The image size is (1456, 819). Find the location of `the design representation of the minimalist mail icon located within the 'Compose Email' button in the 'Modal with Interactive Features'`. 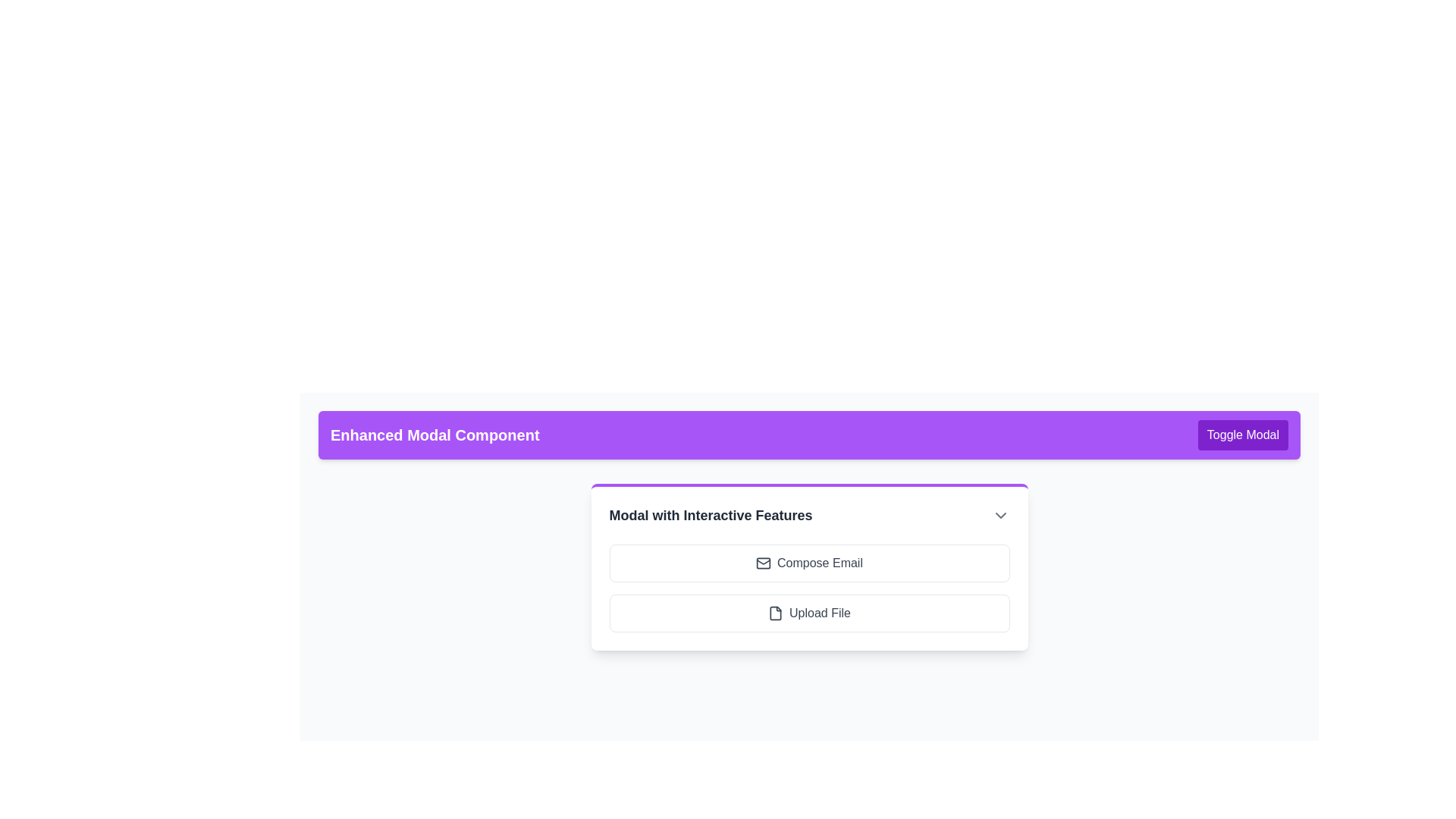

the design representation of the minimalist mail icon located within the 'Compose Email' button in the 'Modal with Interactive Features' is located at coordinates (764, 563).